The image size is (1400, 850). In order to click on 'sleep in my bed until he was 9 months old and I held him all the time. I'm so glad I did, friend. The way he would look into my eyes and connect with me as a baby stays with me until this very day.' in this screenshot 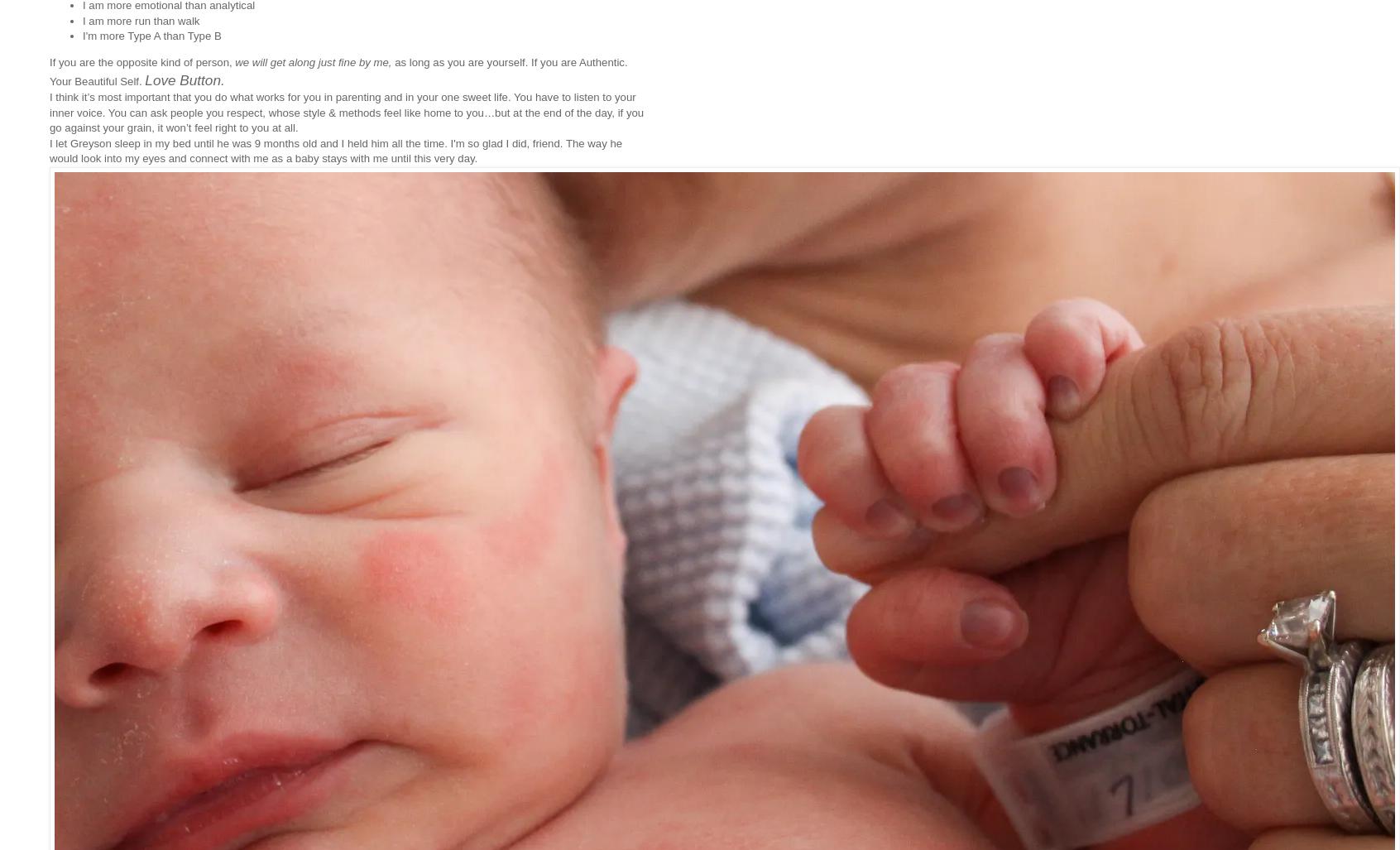, I will do `click(336, 149)`.